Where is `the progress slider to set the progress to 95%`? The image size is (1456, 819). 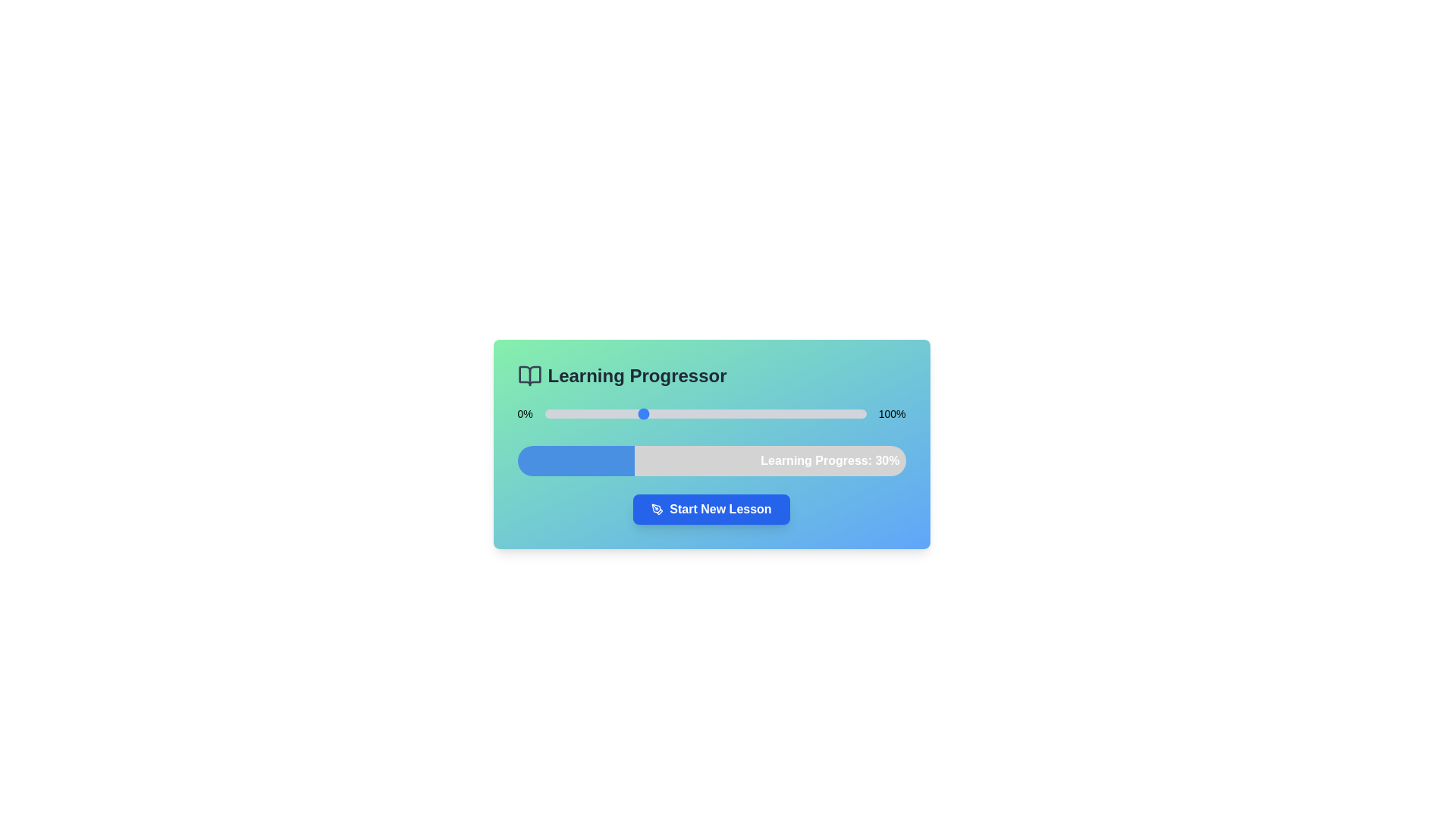 the progress slider to set the progress to 95% is located at coordinates (850, 414).